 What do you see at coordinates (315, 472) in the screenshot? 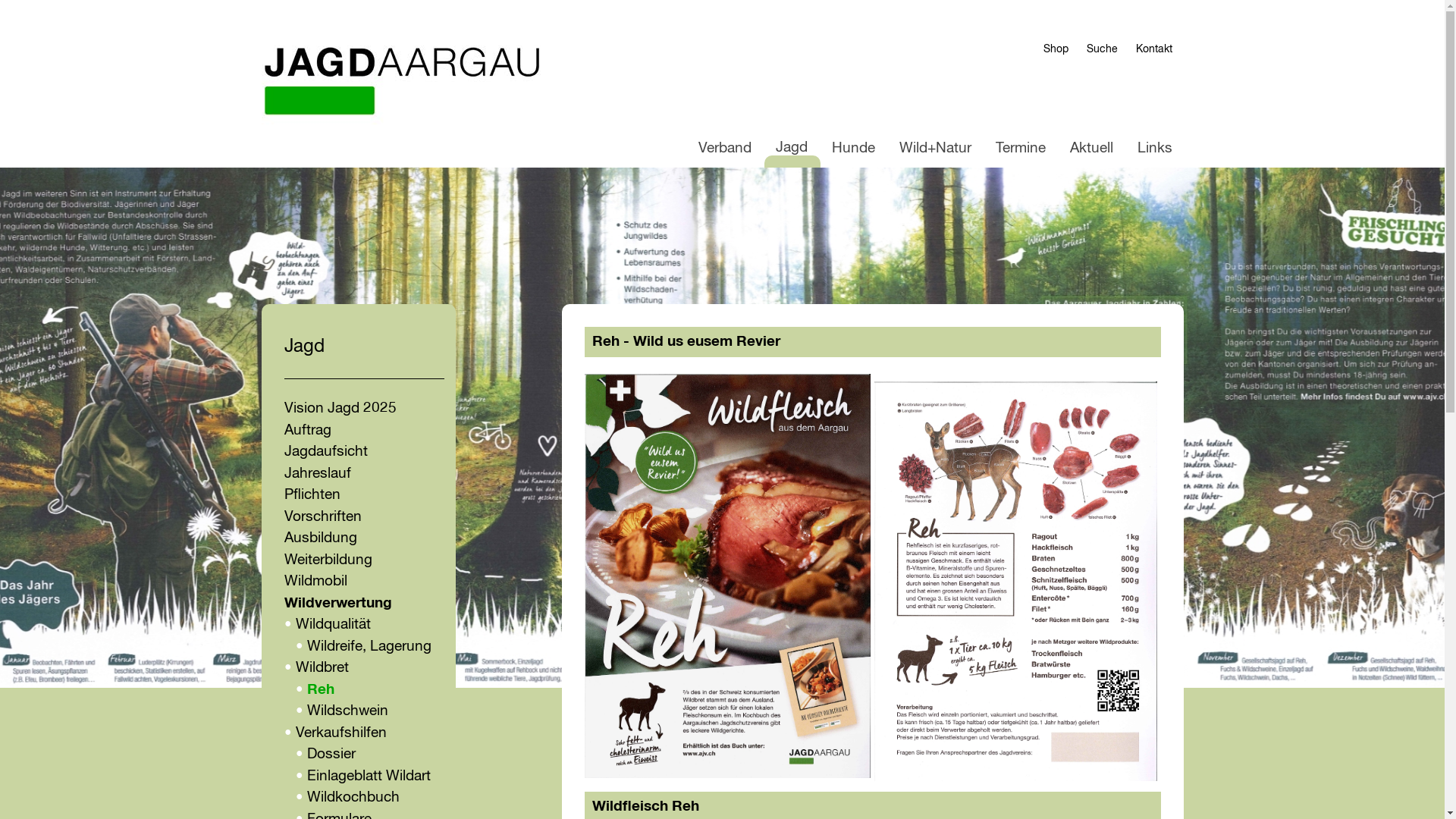
I see `'Jahreslauf'` at bounding box center [315, 472].